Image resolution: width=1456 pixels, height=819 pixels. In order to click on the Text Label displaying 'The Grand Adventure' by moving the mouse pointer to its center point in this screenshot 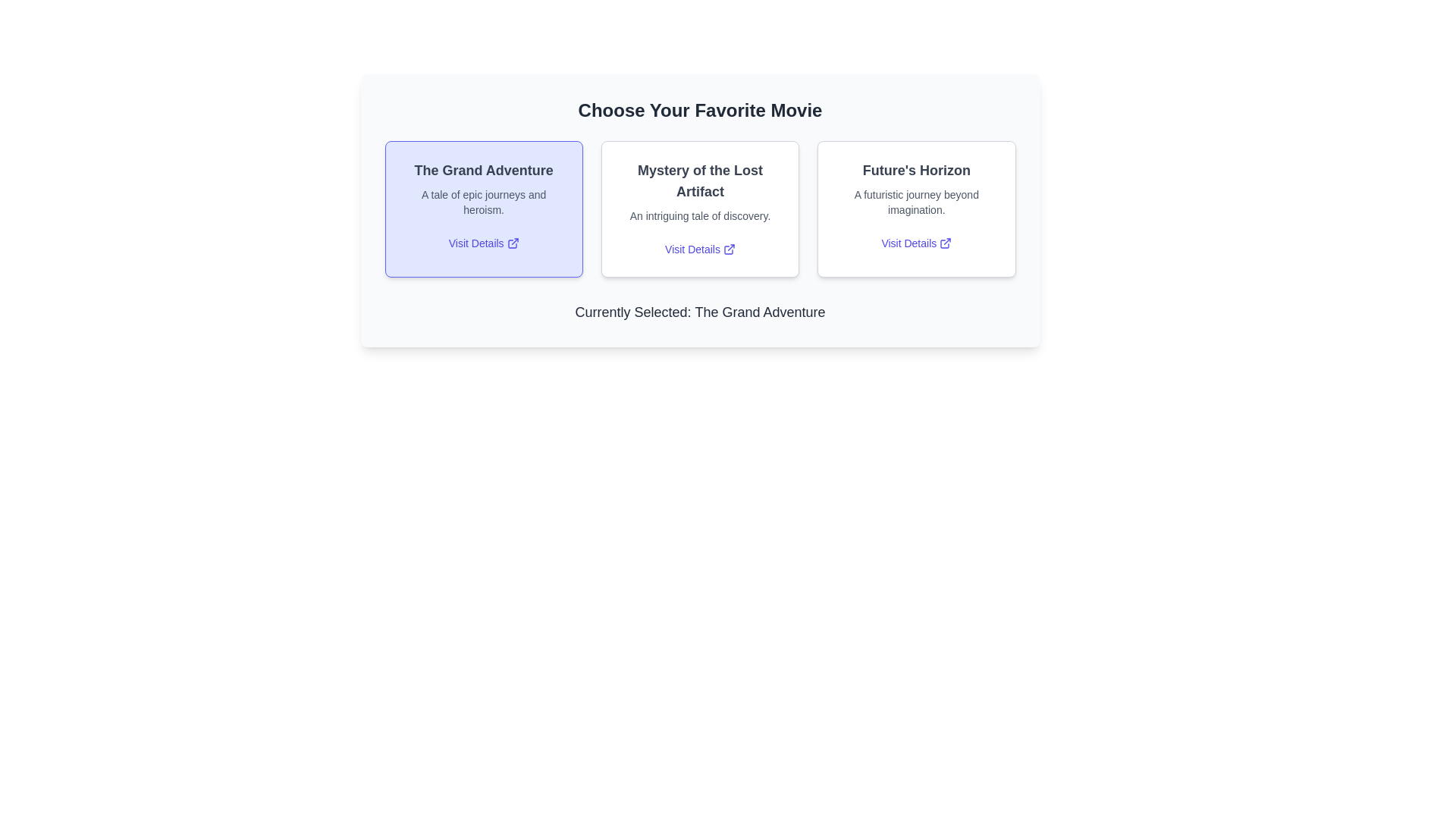, I will do `click(483, 170)`.